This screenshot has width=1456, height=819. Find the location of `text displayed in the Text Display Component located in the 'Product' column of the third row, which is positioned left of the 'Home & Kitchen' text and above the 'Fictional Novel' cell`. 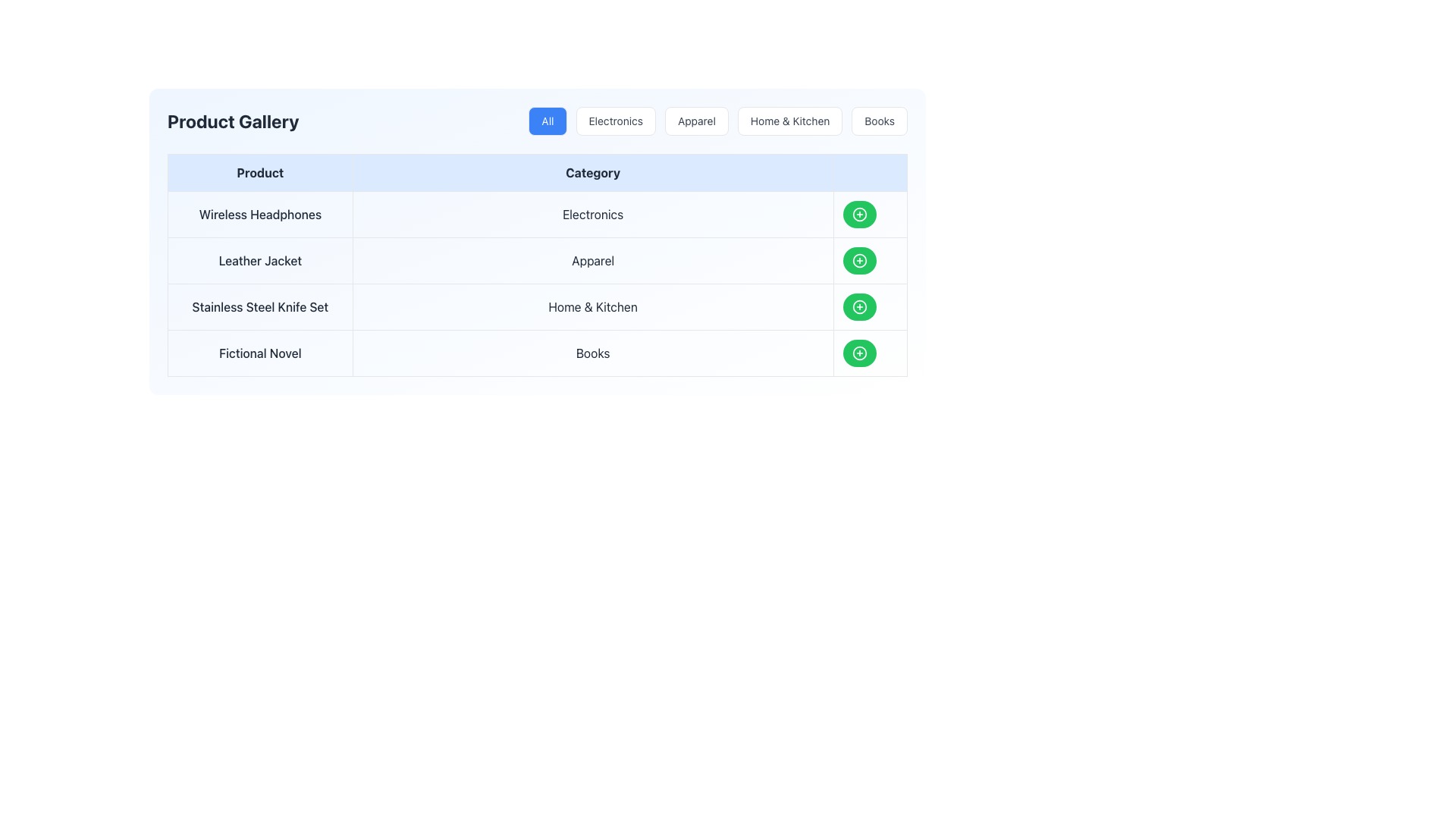

text displayed in the Text Display Component located in the 'Product' column of the third row, which is positioned left of the 'Home & Kitchen' text and above the 'Fictional Novel' cell is located at coordinates (260, 307).